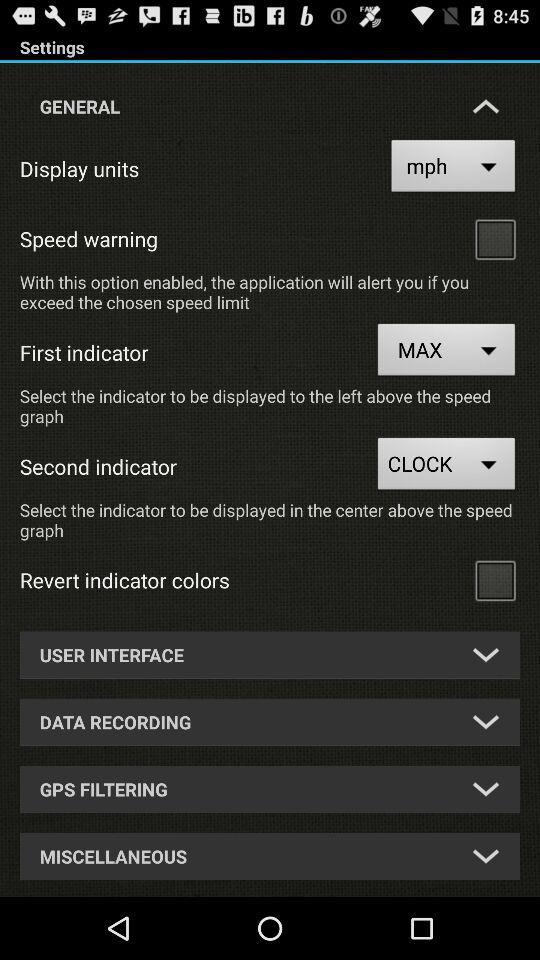  I want to click on choose button, so click(494, 580).